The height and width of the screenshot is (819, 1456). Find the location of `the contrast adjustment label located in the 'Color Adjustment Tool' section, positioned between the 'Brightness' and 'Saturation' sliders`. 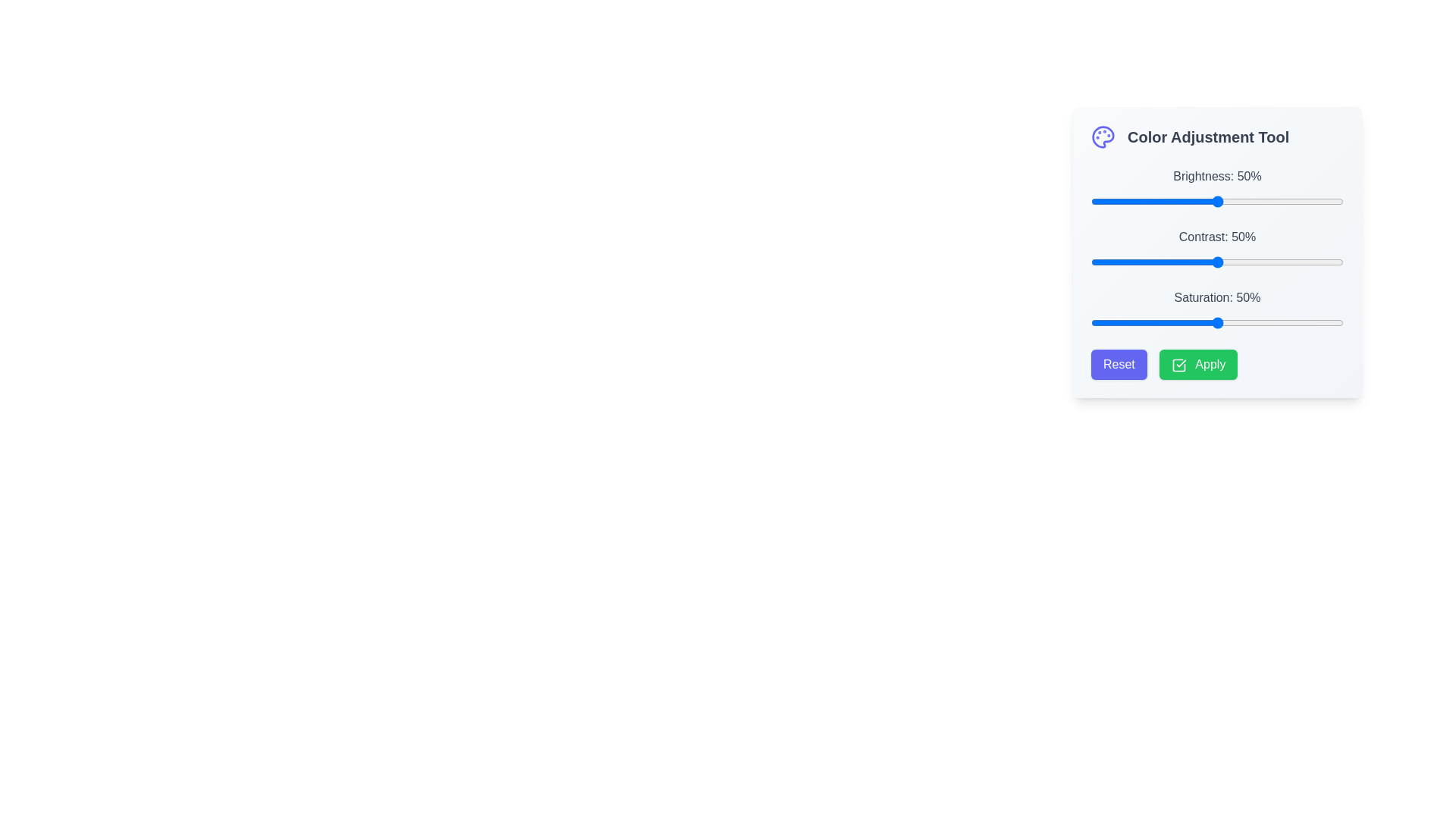

the contrast adjustment label located in the 'Color Adjustment Tool' section, positioned between the 'Brightness' and 'Saturation' sliders is located at coordinates (1217, 237).